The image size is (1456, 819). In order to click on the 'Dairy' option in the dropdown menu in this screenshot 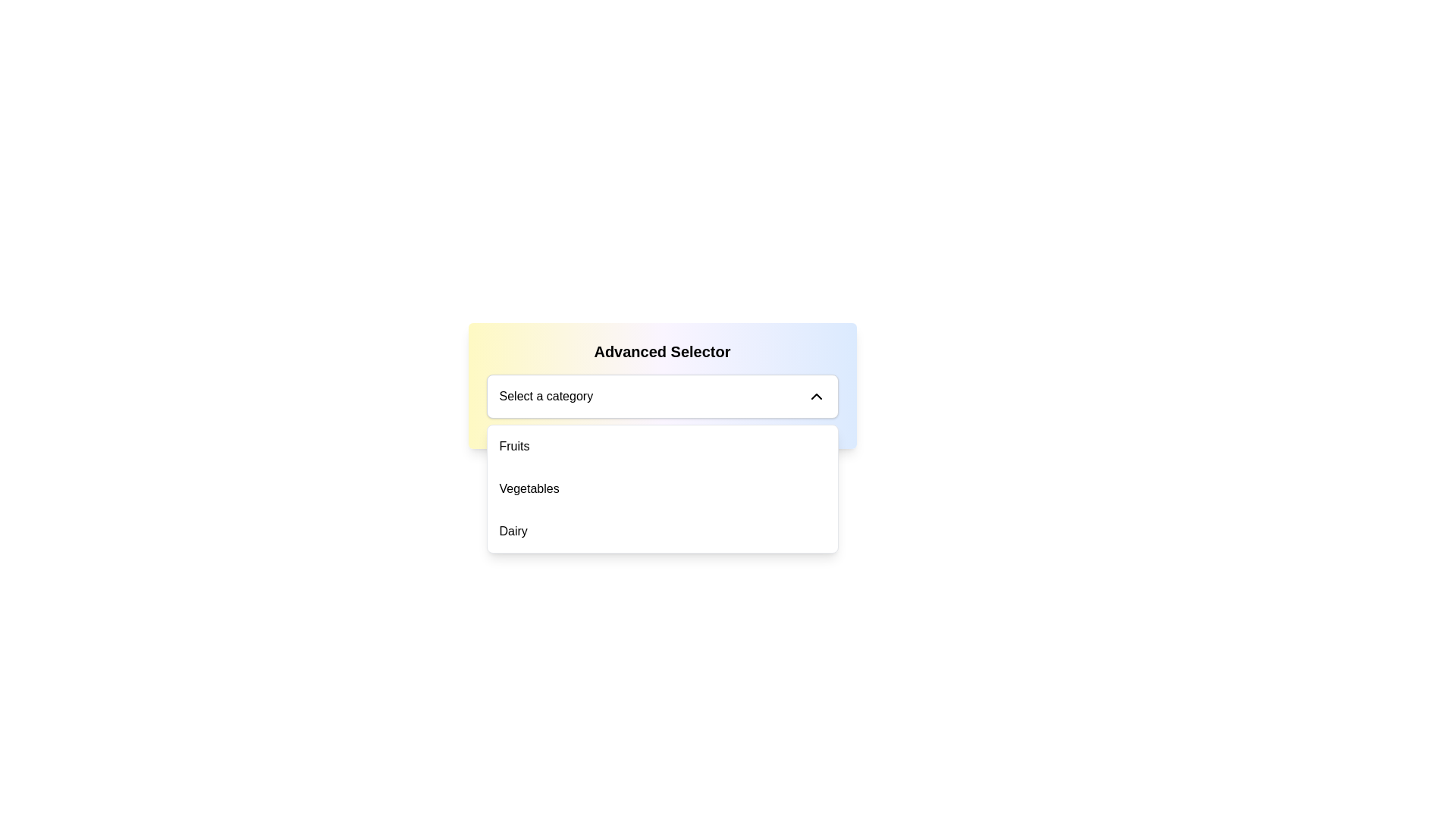, I will do `click(662, 531)`.